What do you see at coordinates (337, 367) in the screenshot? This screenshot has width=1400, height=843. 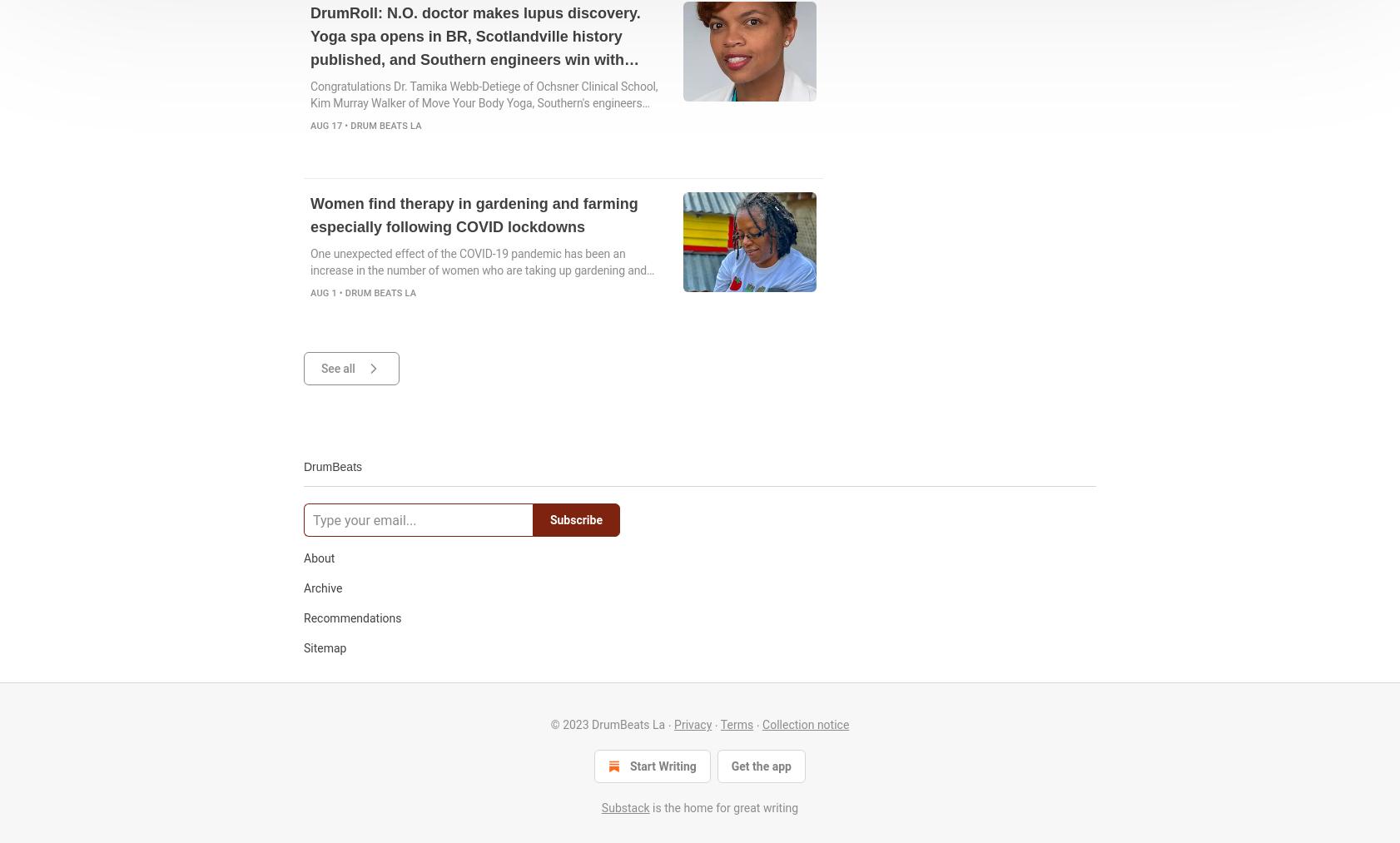 I see `'See all'` at bounding box center [337, 367].